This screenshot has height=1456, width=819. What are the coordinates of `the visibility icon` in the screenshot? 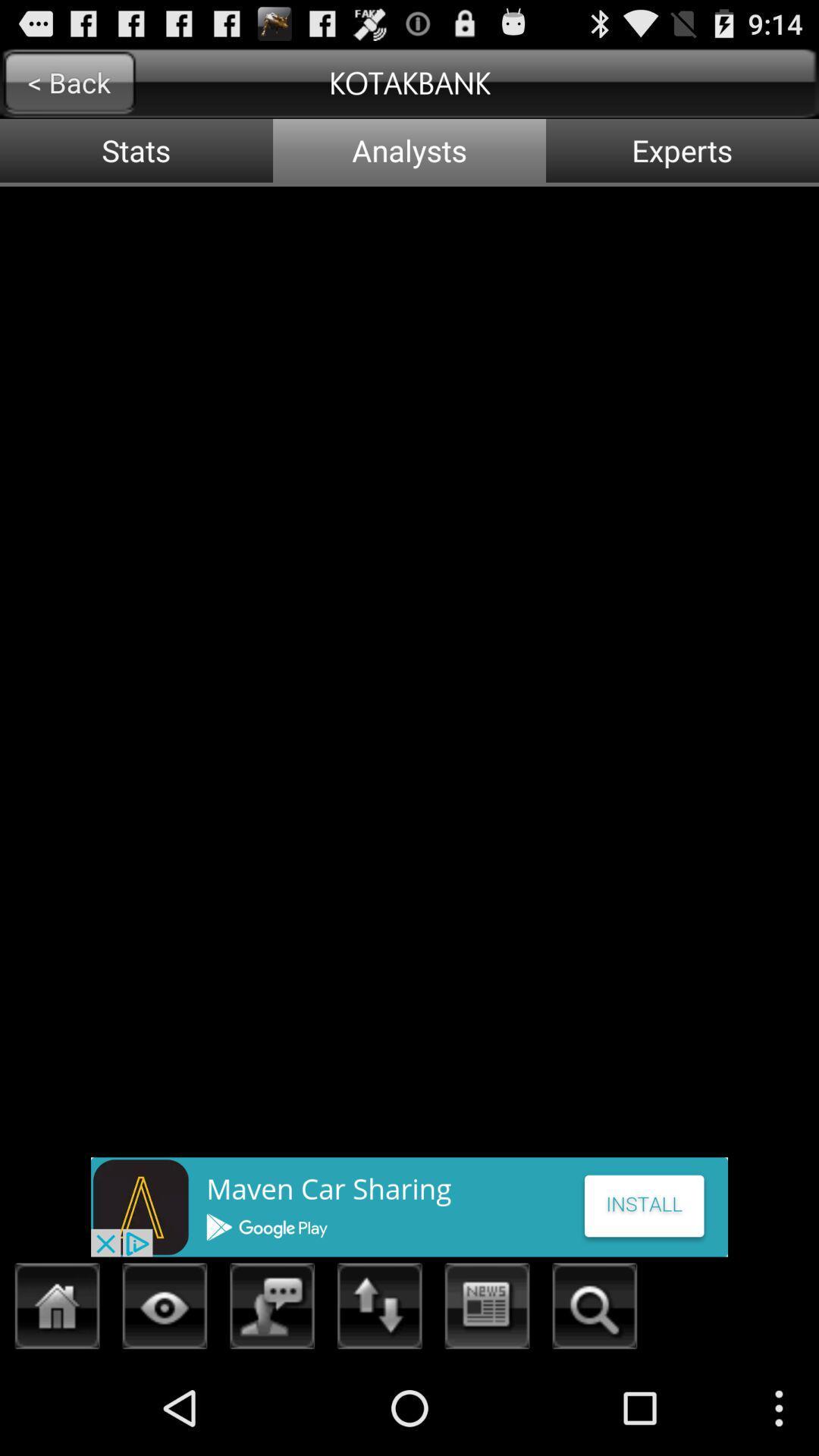 It's located at (165, 1401).